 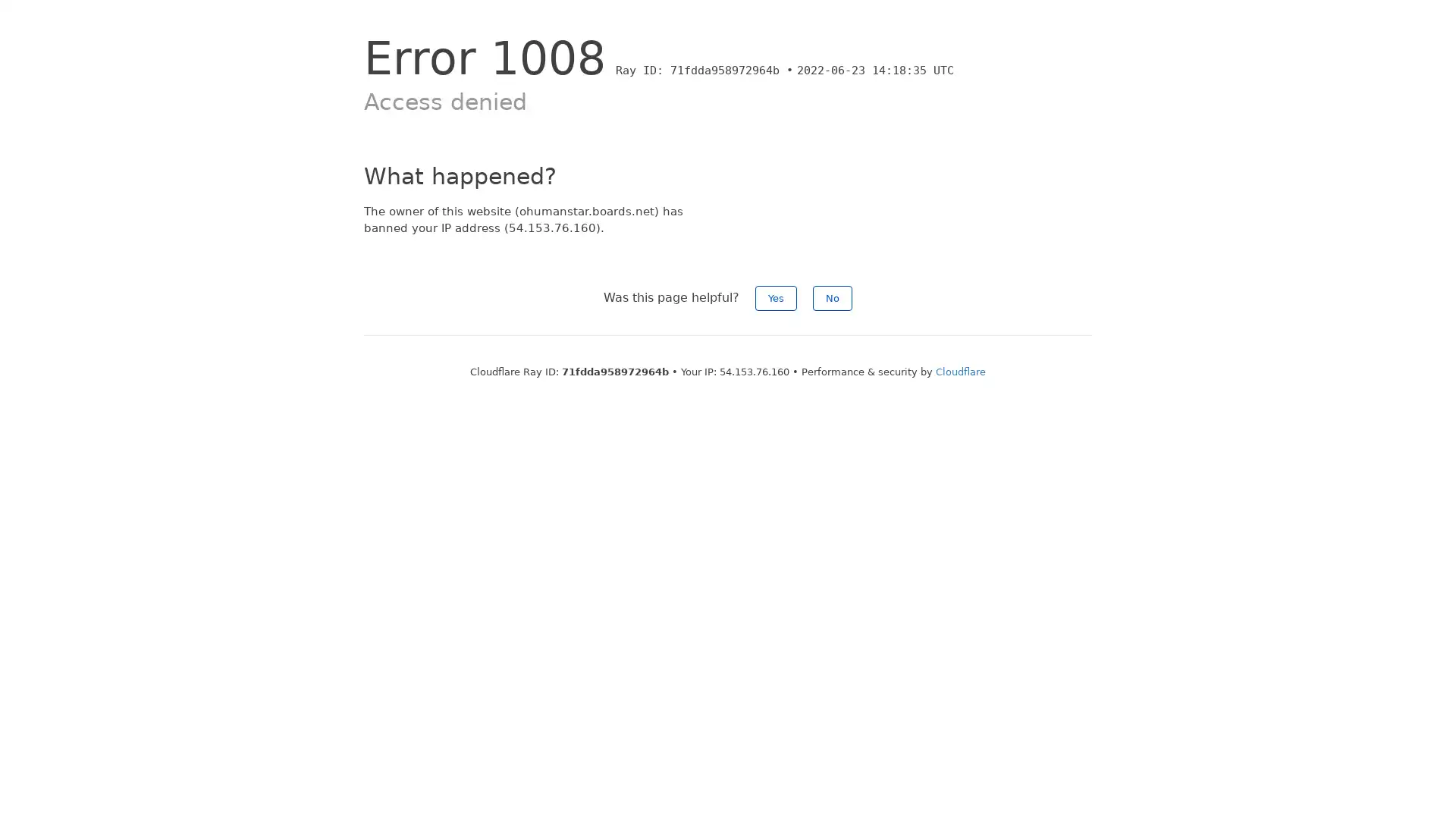 What do you see at coordinates (832, 297) in the screenshot?
I see `No` at bounding box center [832, 297].